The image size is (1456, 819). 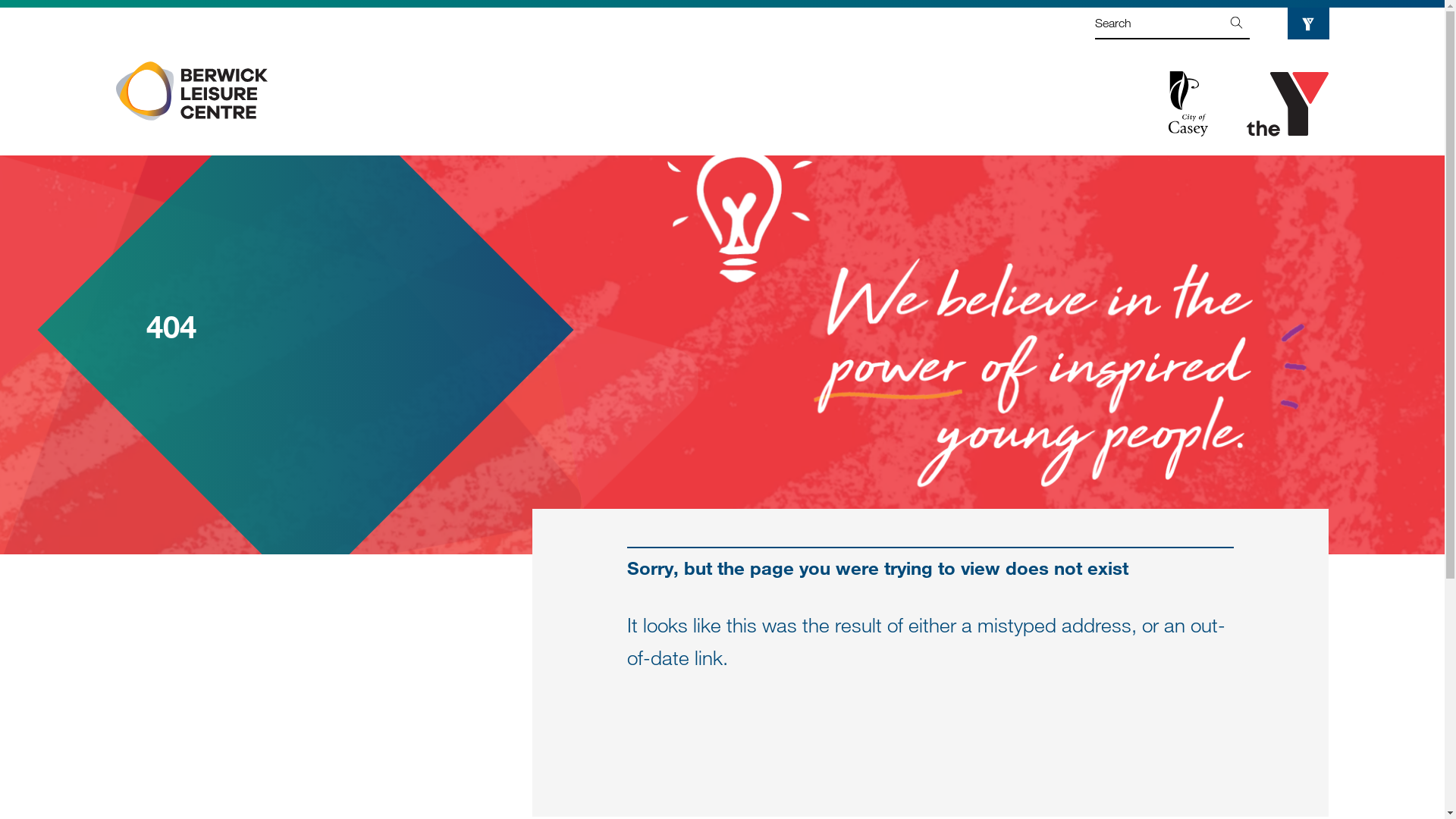 I want to click on 'Go', so click(x=1222, y=23).